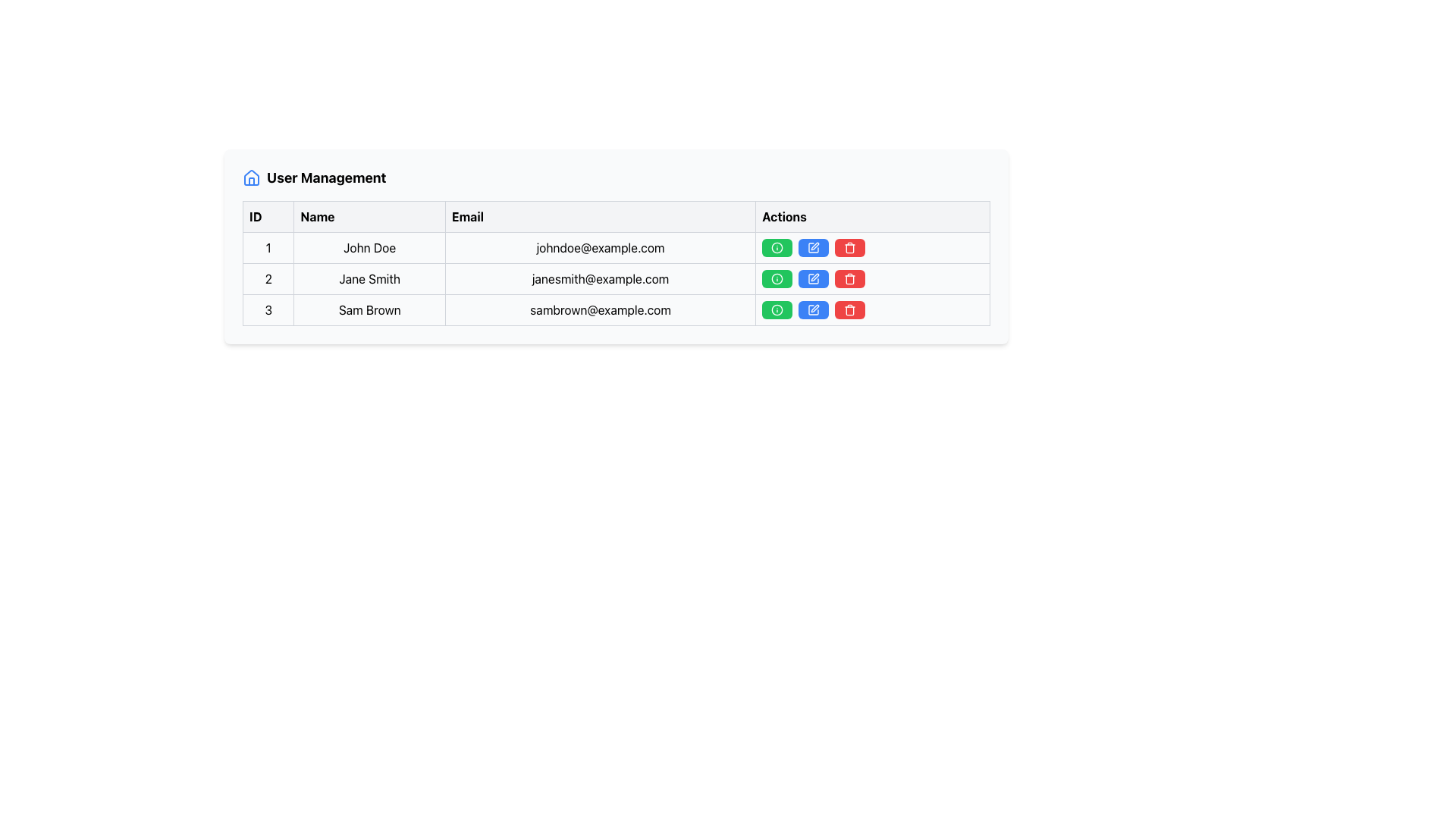 This screenshot has width=1456, height=819. I want to click on the blue pencil icon button in the Actions column of the user management table for user 'John Doe', so click(813, 247).